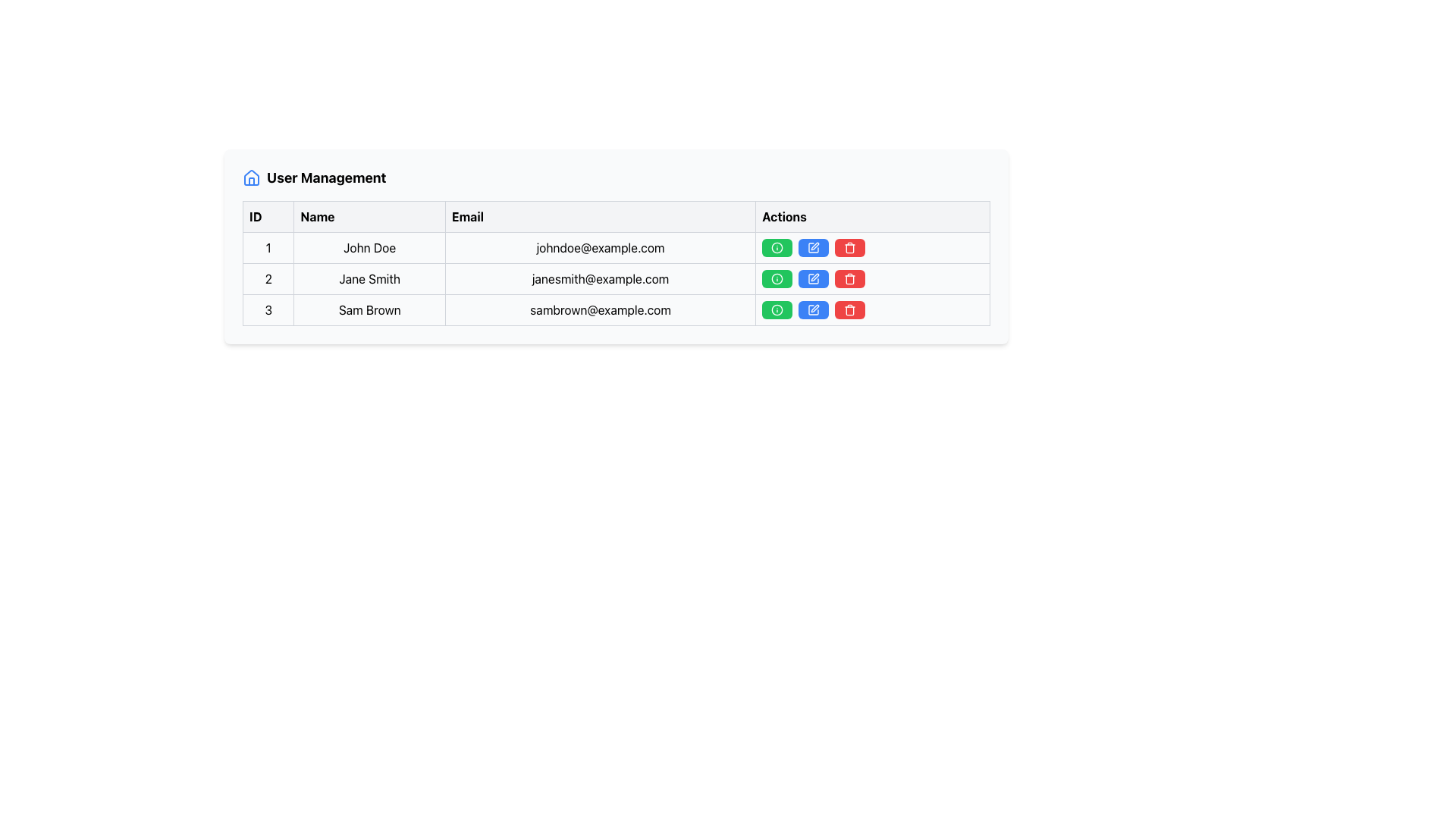 This screenshot has width=1456, height=819. I want to click on the blue pencil icon button in the Actions column of the user management table for user 'John Doe', so click(813, 247).